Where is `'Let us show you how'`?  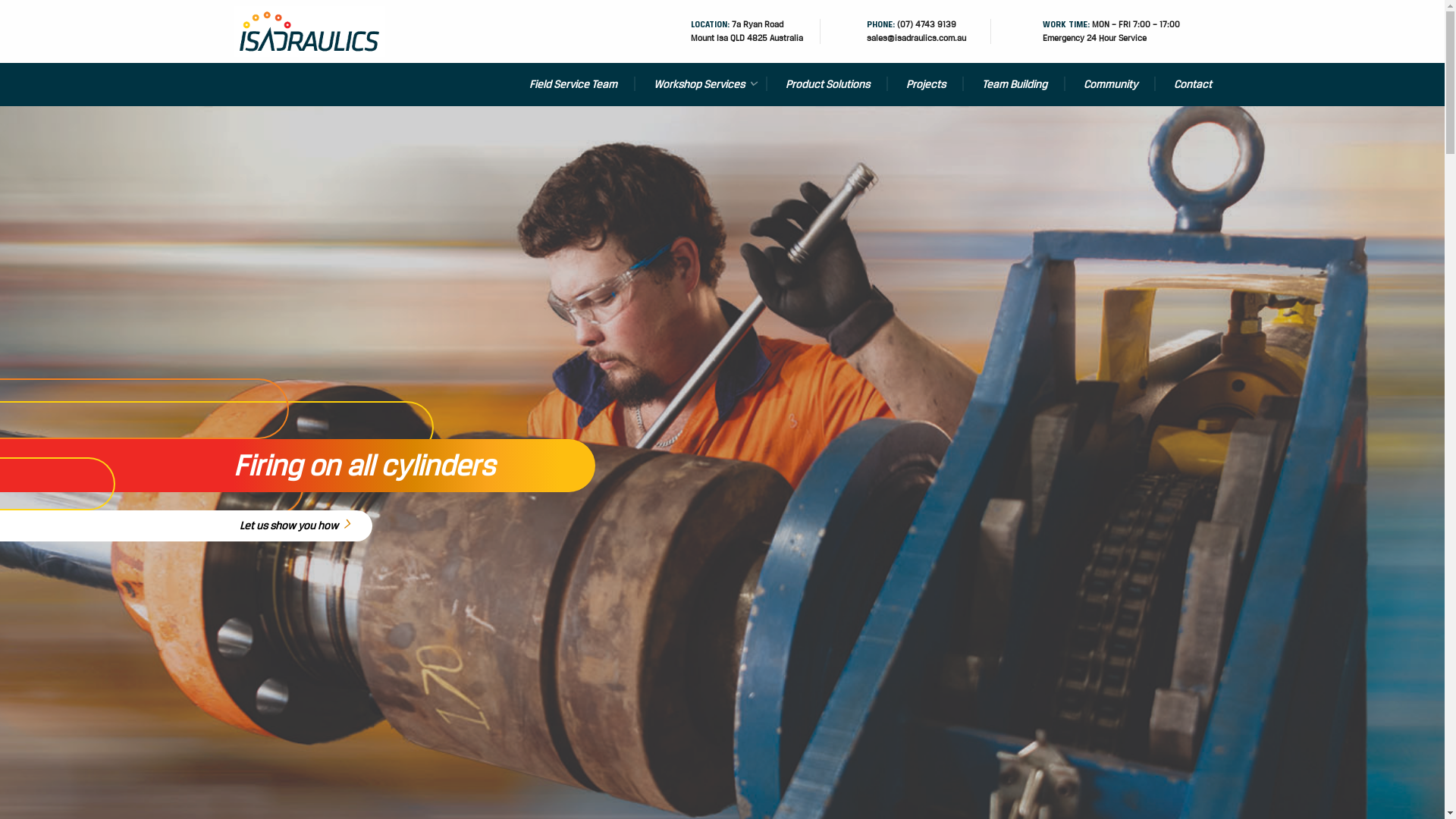
'Let us show you how' is located at coordinates (305, 525).